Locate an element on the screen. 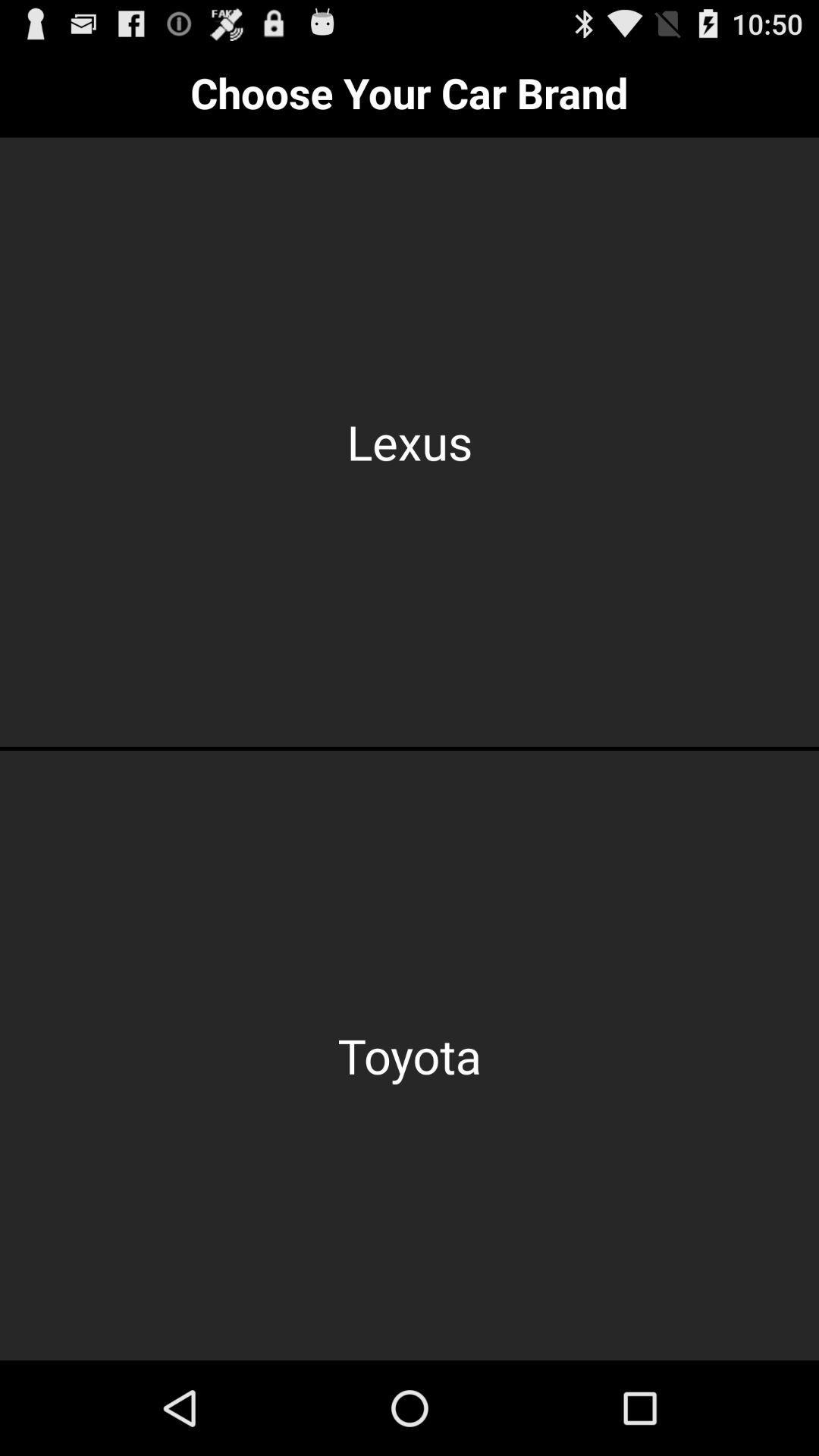  lexus is located at coordinates (409, 441).